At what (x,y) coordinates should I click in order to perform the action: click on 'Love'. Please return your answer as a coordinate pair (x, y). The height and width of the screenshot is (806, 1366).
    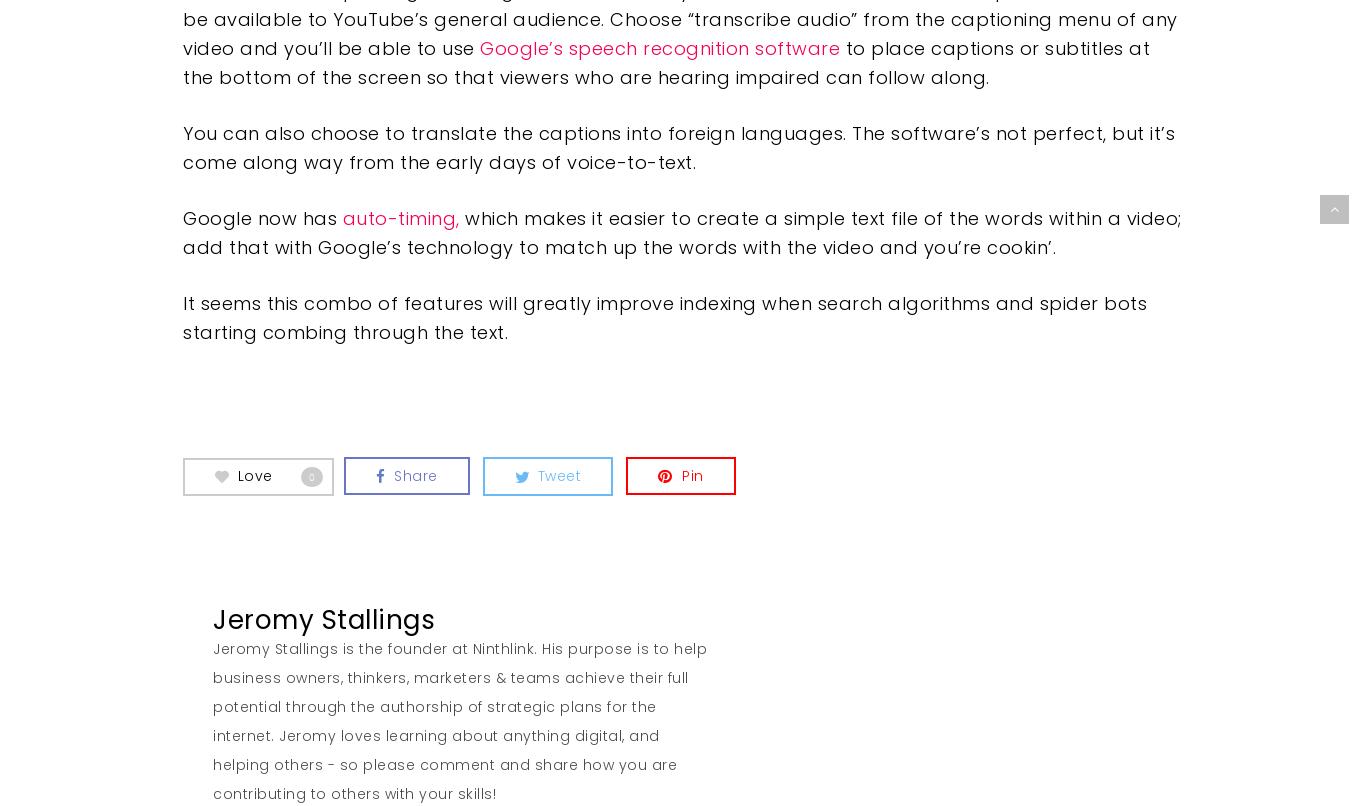
    Looking at the image, I should click on (254, 473).